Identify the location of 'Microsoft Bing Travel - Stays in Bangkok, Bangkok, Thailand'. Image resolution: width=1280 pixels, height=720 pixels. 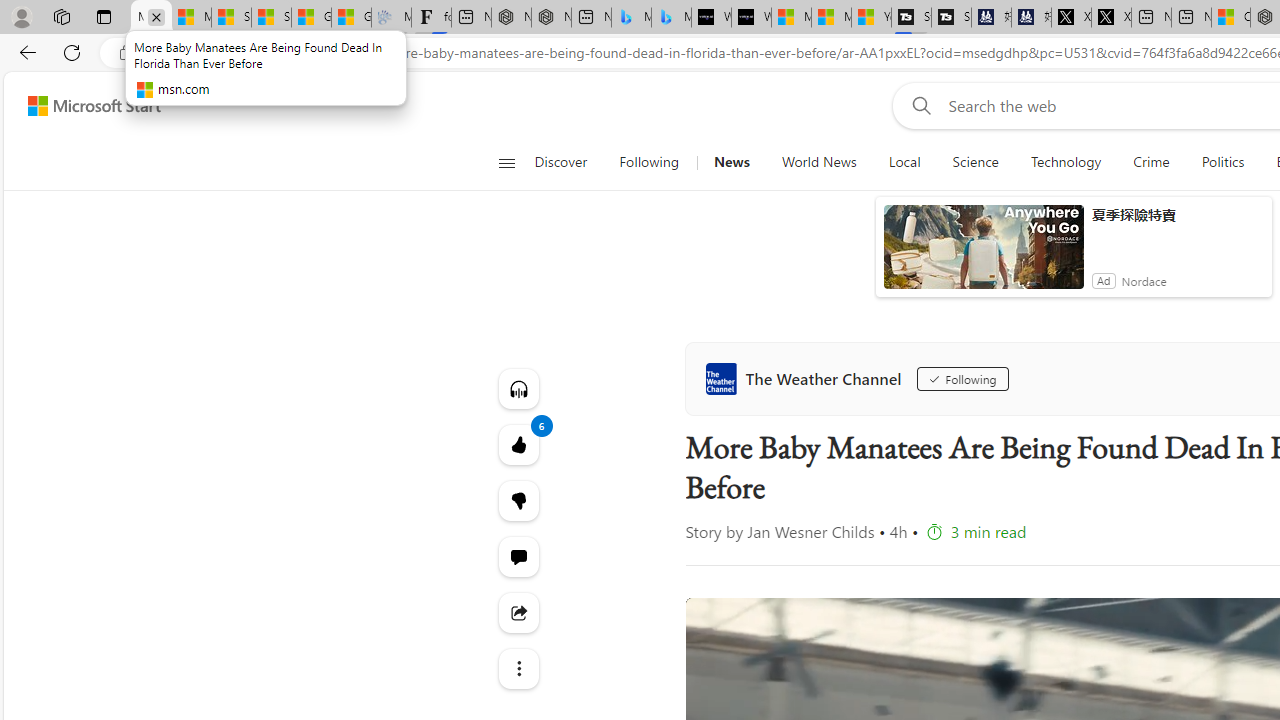
(630, 17).